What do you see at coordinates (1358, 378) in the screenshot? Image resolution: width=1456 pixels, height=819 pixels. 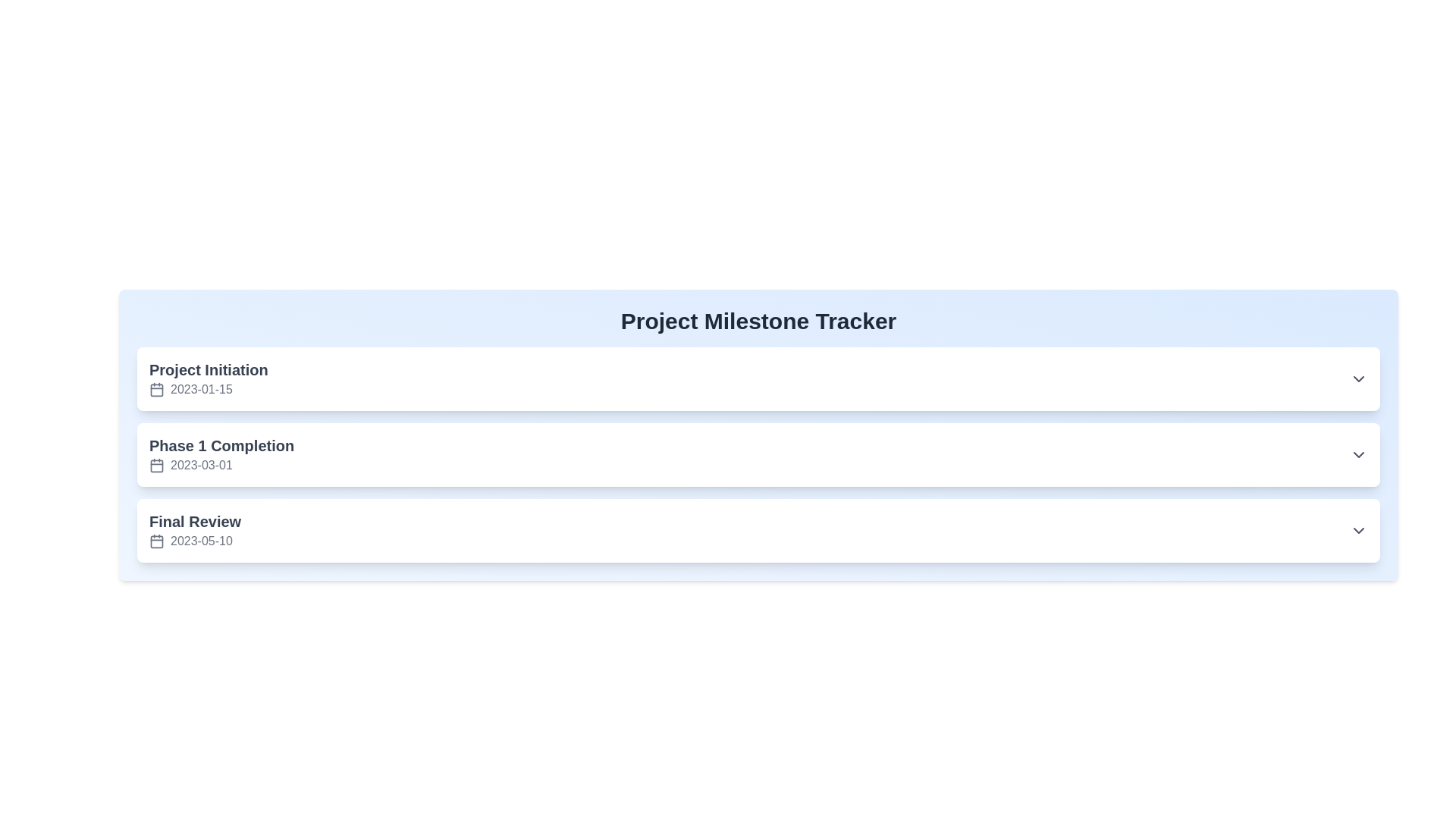 I see `the dropdown toggle icon on the rightmost side of the 'Project Initiation' section` at bounding box center [1358, 378].